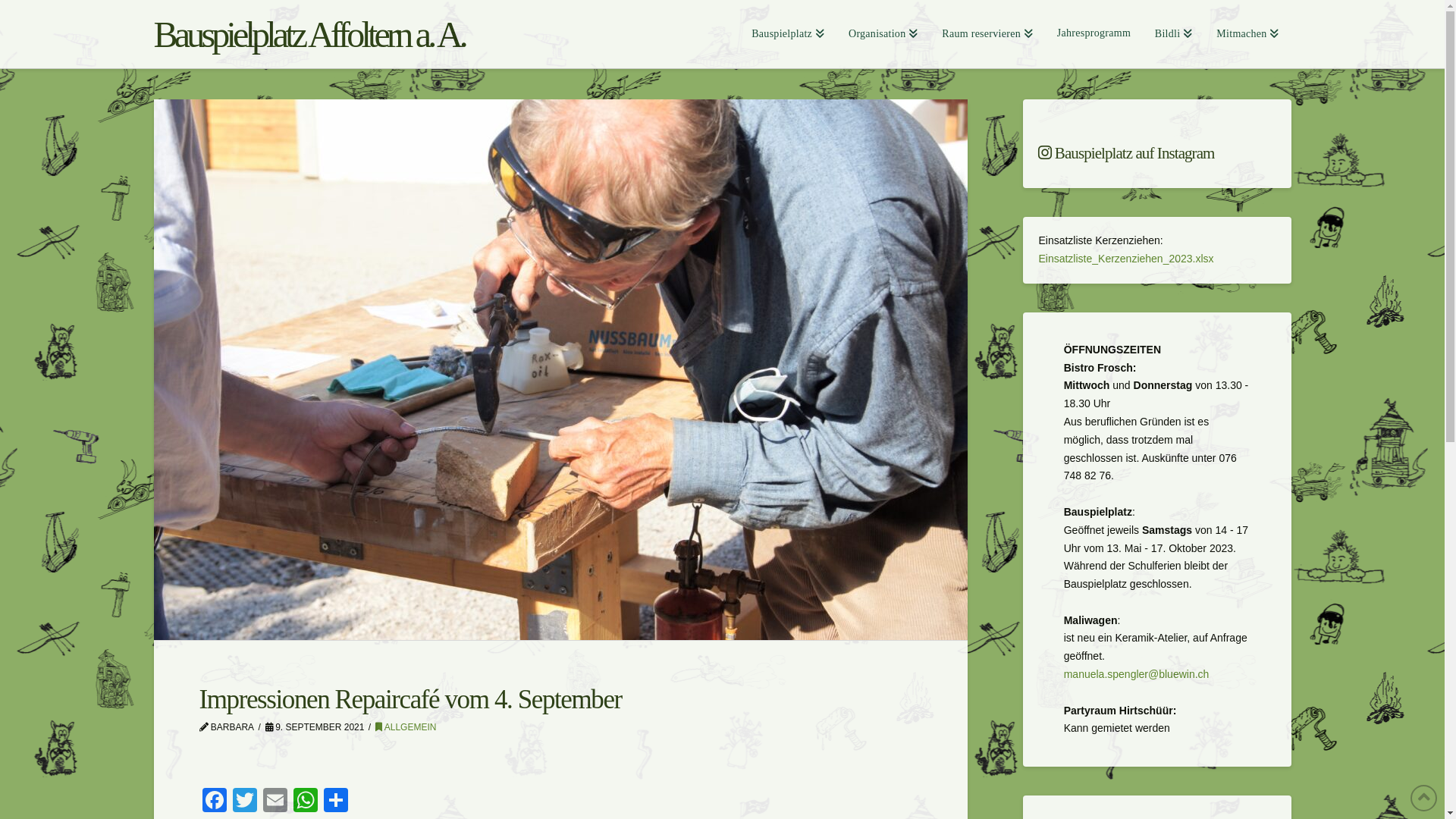 The image size is (1456, 819). What do you see at coordinates (987, 34) in the screenshot?
I see `'Raum reservieren'` at bounding box center [987, 34].